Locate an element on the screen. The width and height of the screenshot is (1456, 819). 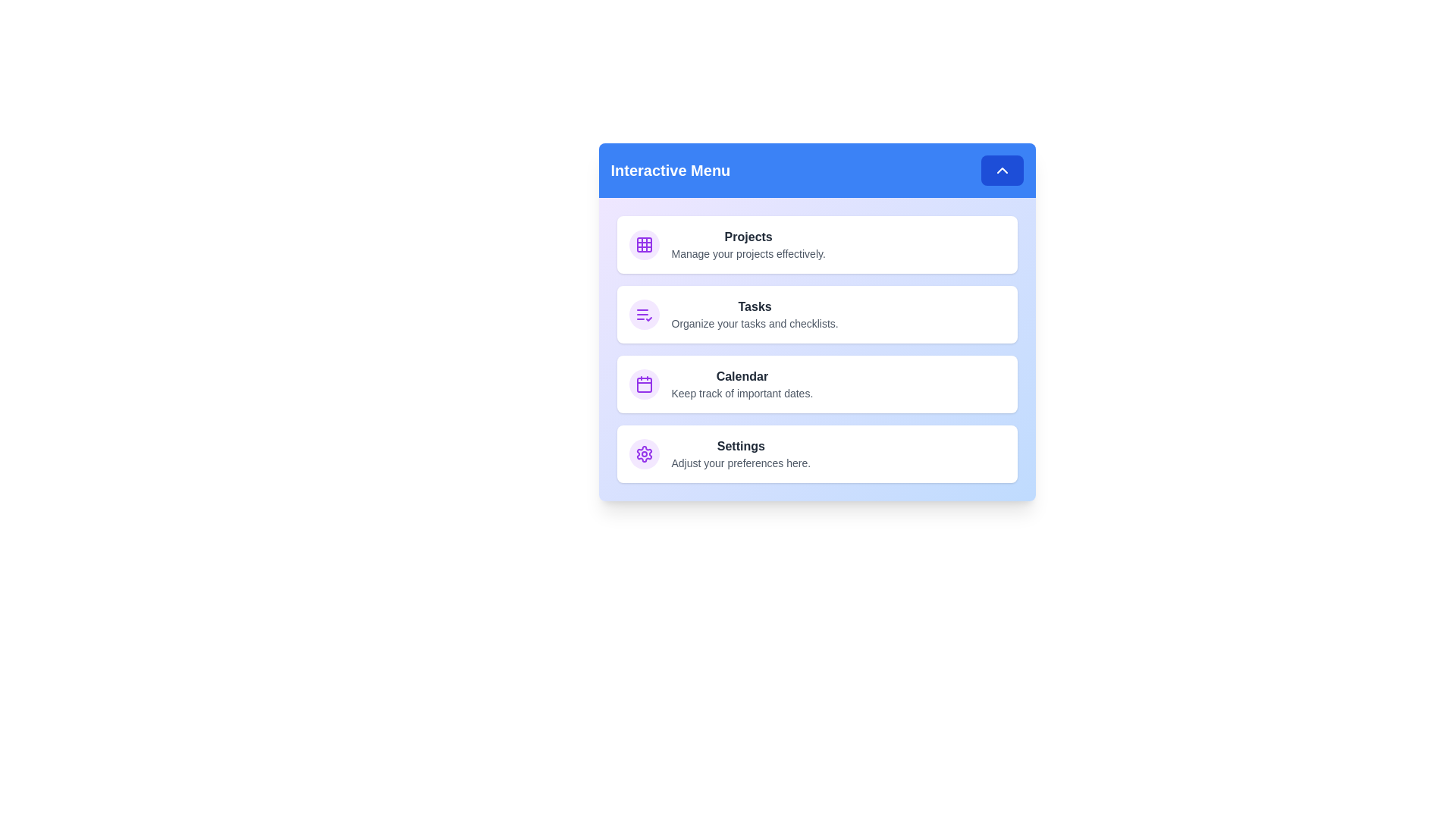
the button with the Chevron icon to toggle the menu visibility is located at coordinates (1002, 170).